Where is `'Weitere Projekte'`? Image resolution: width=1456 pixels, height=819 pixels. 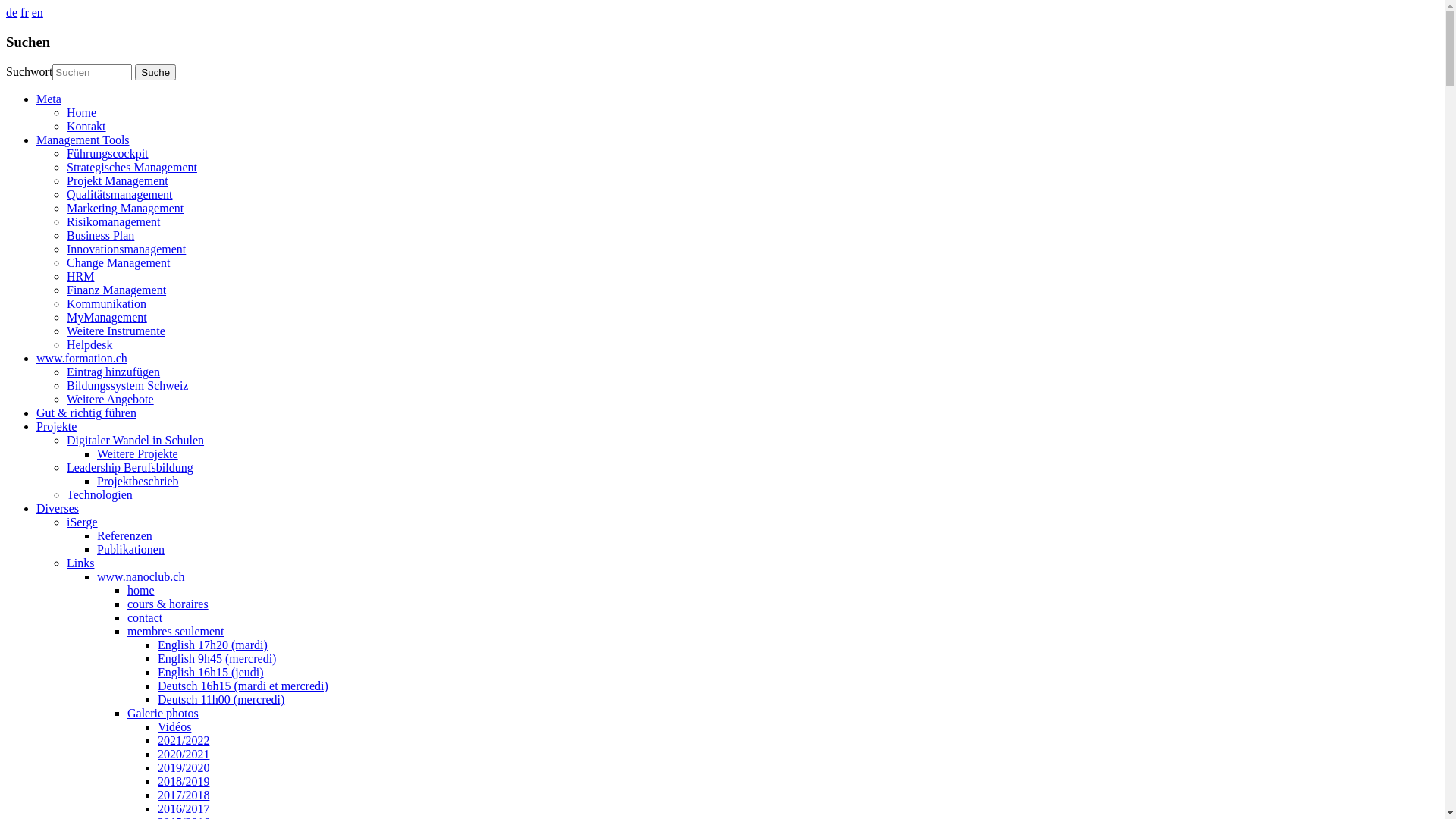 'Weitere Projekte' is located at coordinates (137, 453).